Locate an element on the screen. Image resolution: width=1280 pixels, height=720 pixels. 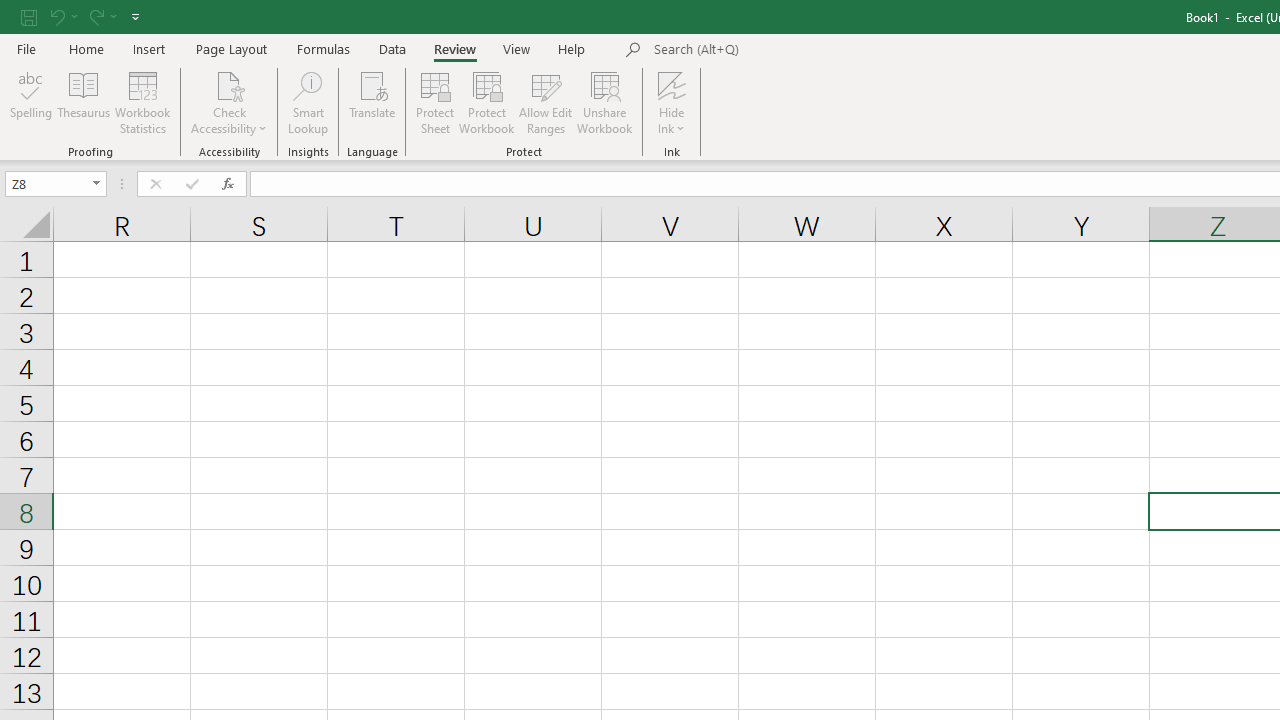
'Data' is located at coordinates (392, 48).